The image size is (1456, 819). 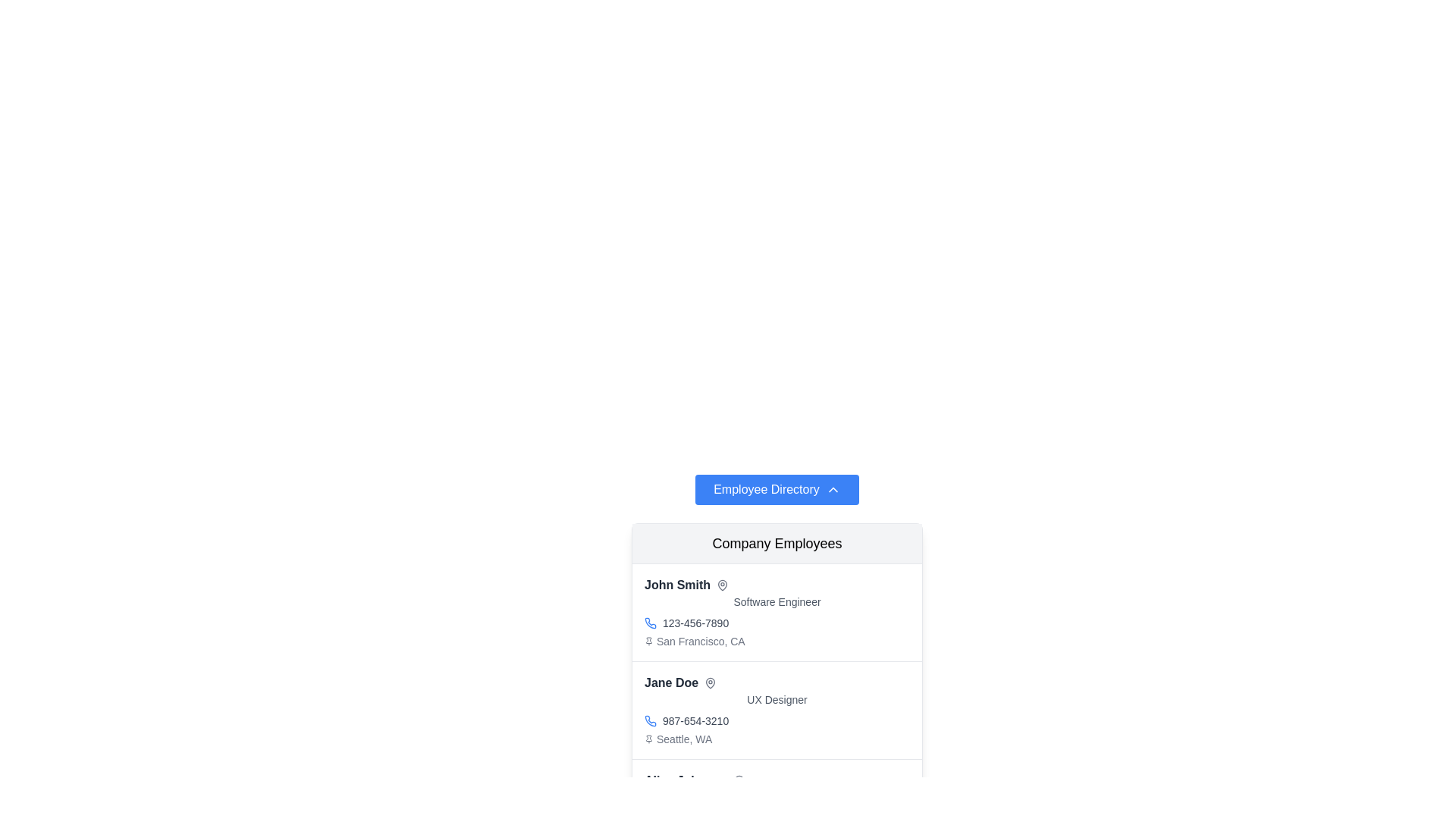 What do you see at coordinates (710, 683) in the screenshot?
I see `the icon located near 'Jane Doe' in the employee directory, positioned slightly above 'Seattle, WA'` at bounding box center [710, 683].